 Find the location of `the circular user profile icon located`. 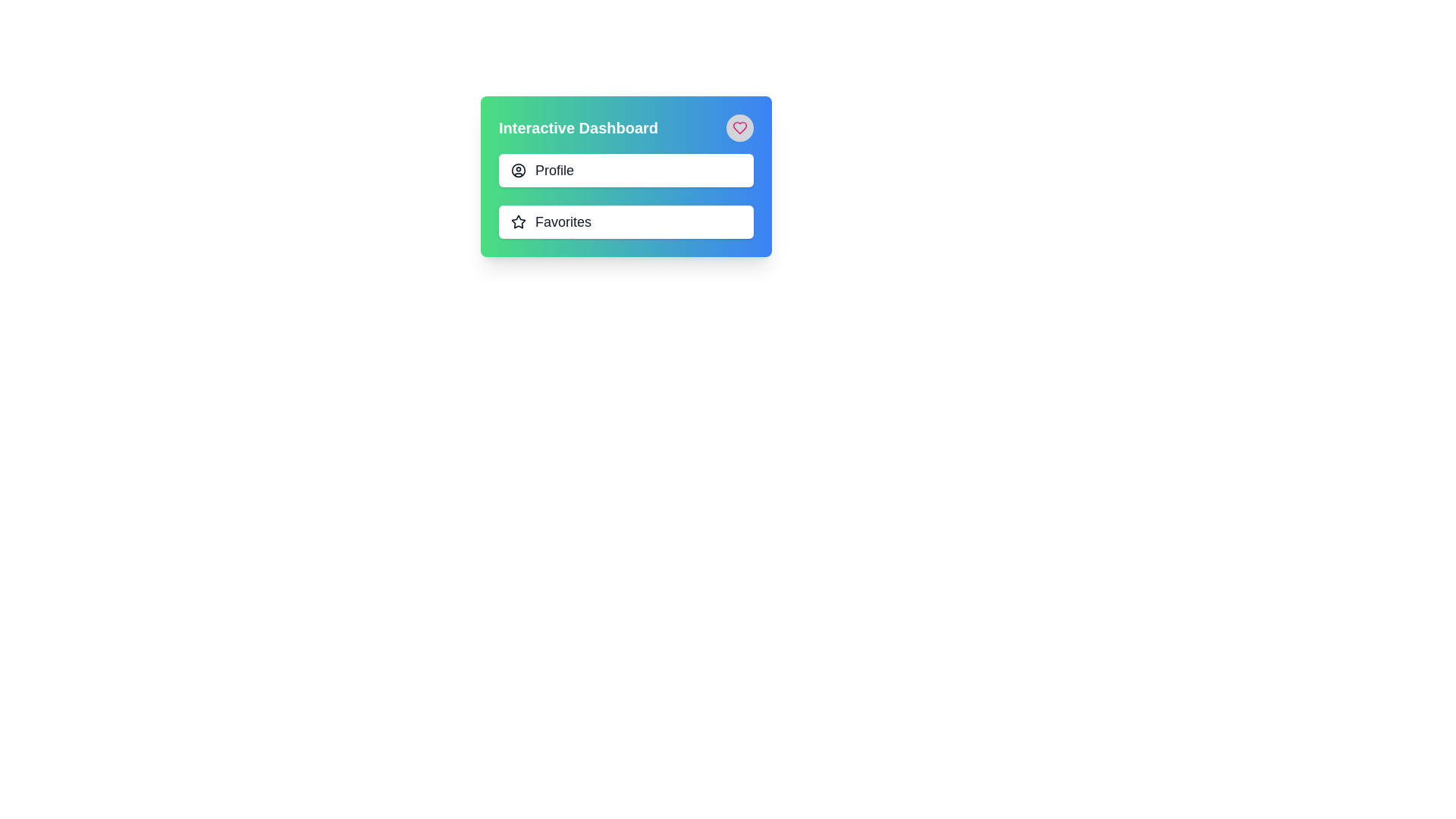

the circular user profile icon located is located at coordinates (519, 170).